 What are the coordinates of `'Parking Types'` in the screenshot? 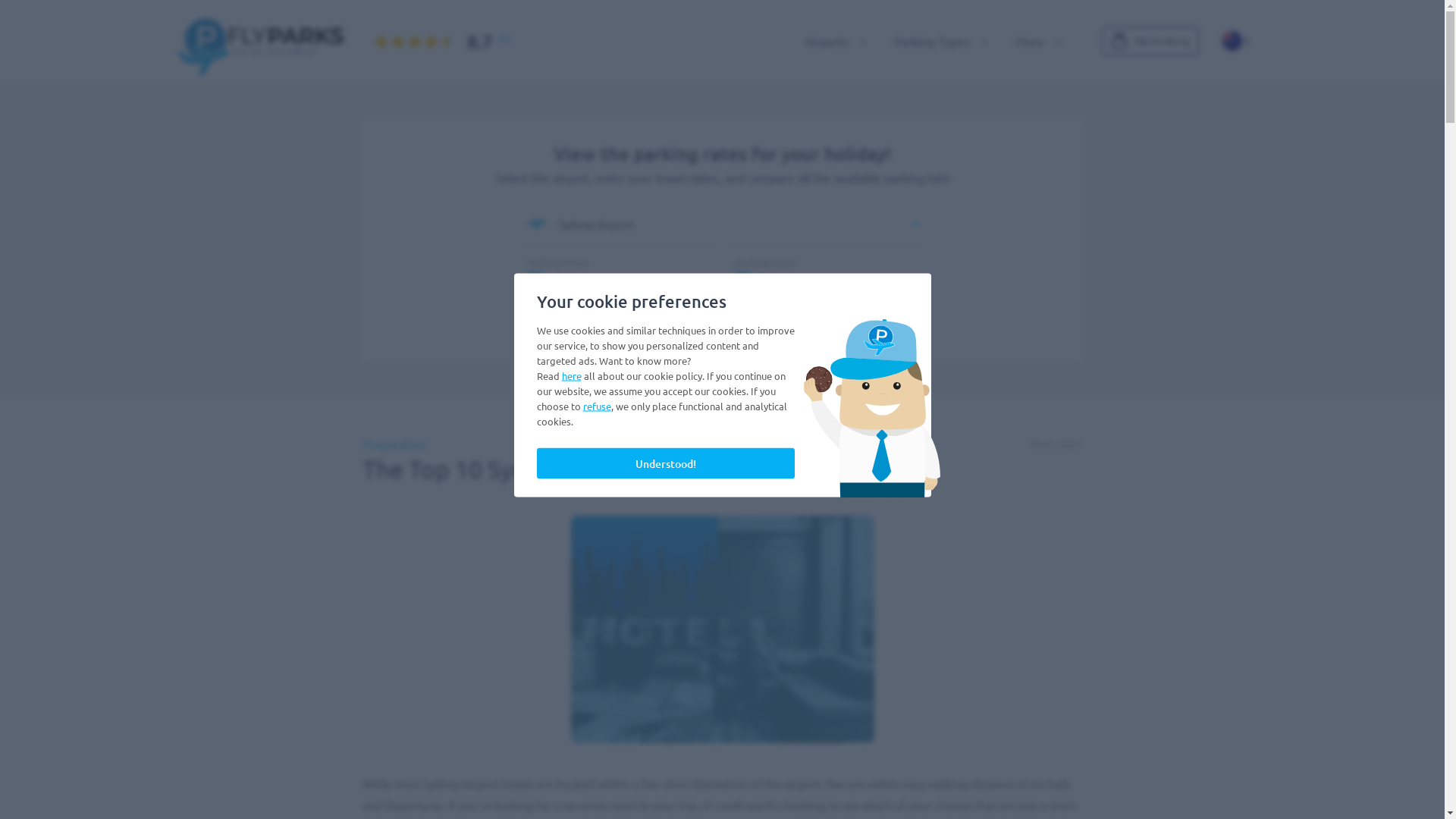 It's located at (935, 40).